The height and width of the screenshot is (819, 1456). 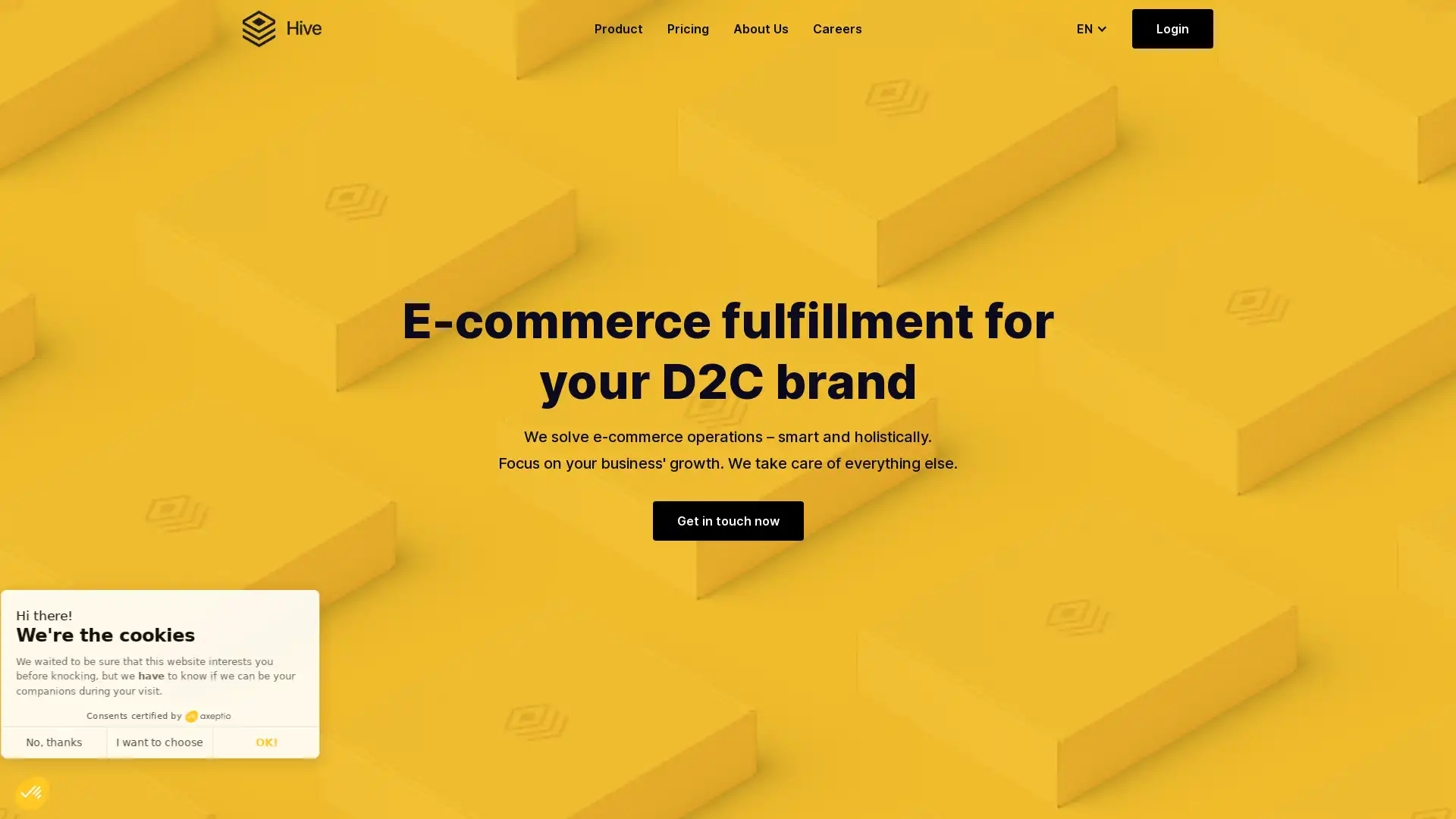 What do you see at coordinates (174, 716) in the screenshot?
I see `Consents certified by` at bounding box center [174, 716].